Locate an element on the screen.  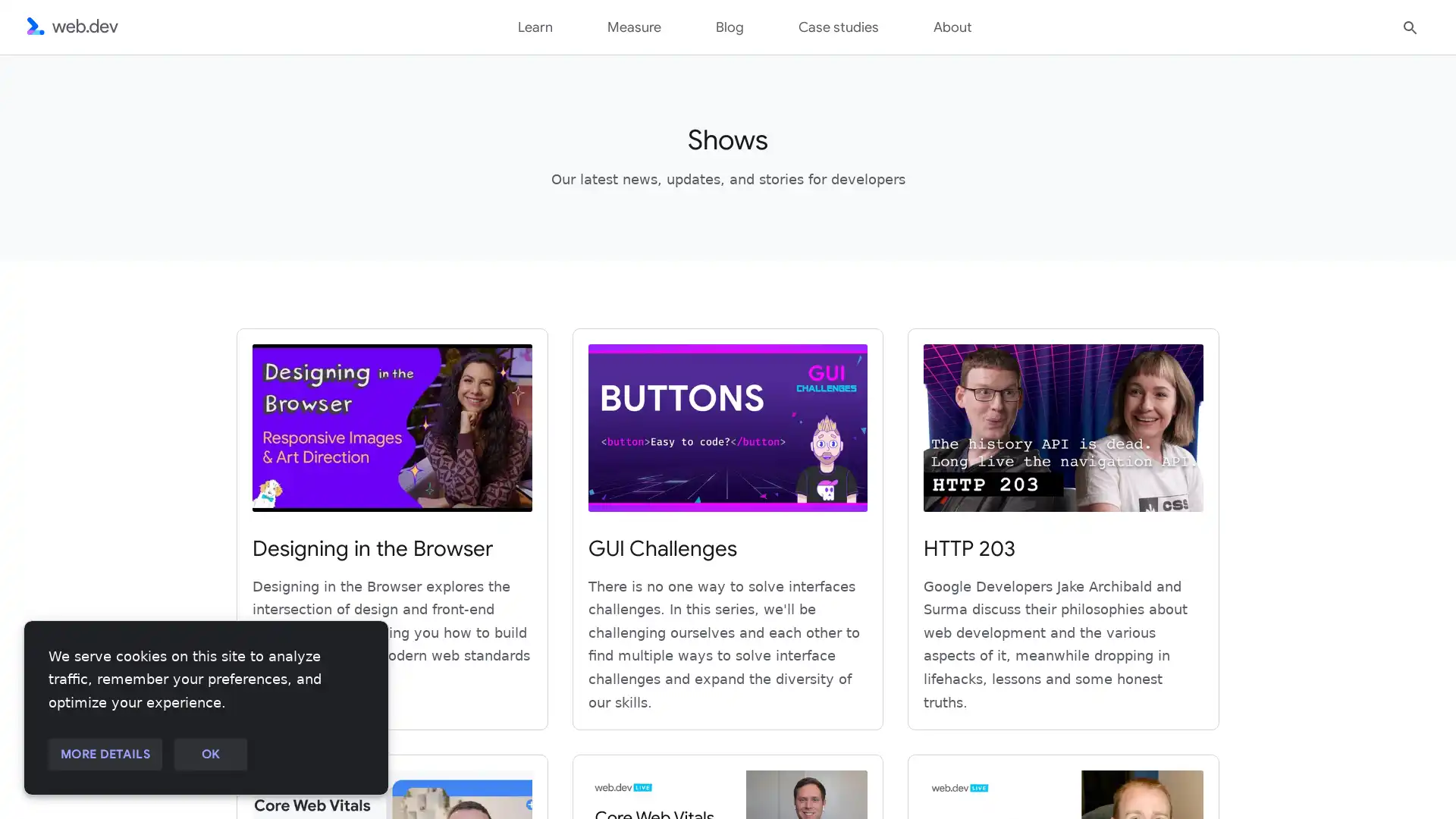
Open search is located at coordinates (1410, 26).